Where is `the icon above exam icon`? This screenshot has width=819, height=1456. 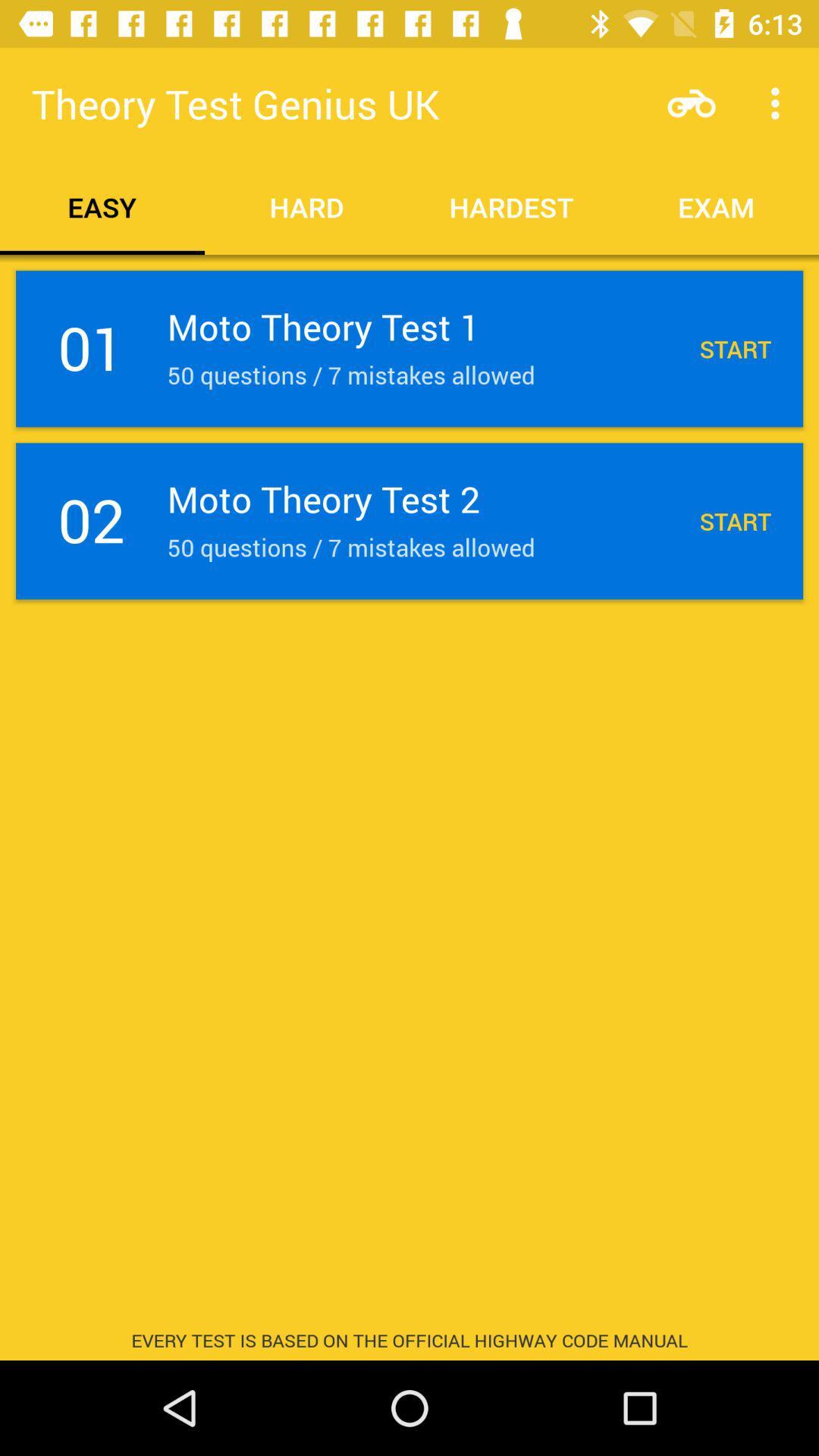
the icon above exam icon is located at coordinates (691, 102).